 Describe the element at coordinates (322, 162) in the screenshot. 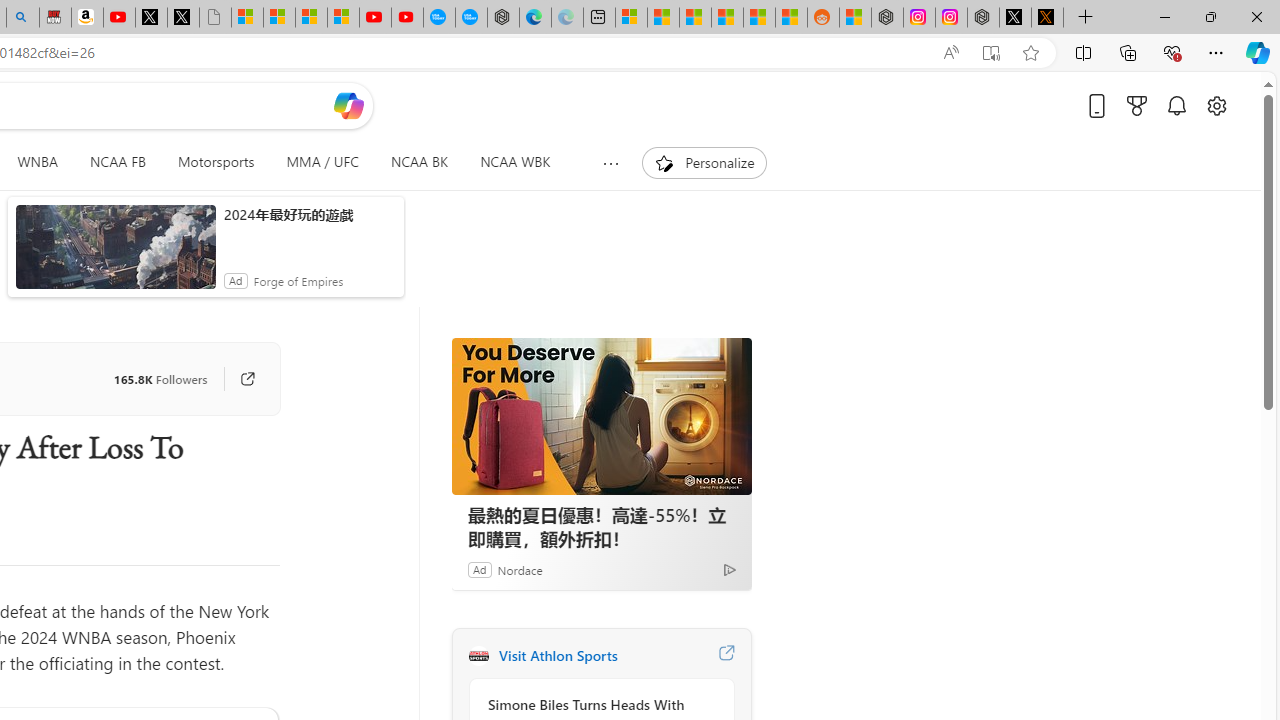

I see `'MMA / UFC'` at that location.